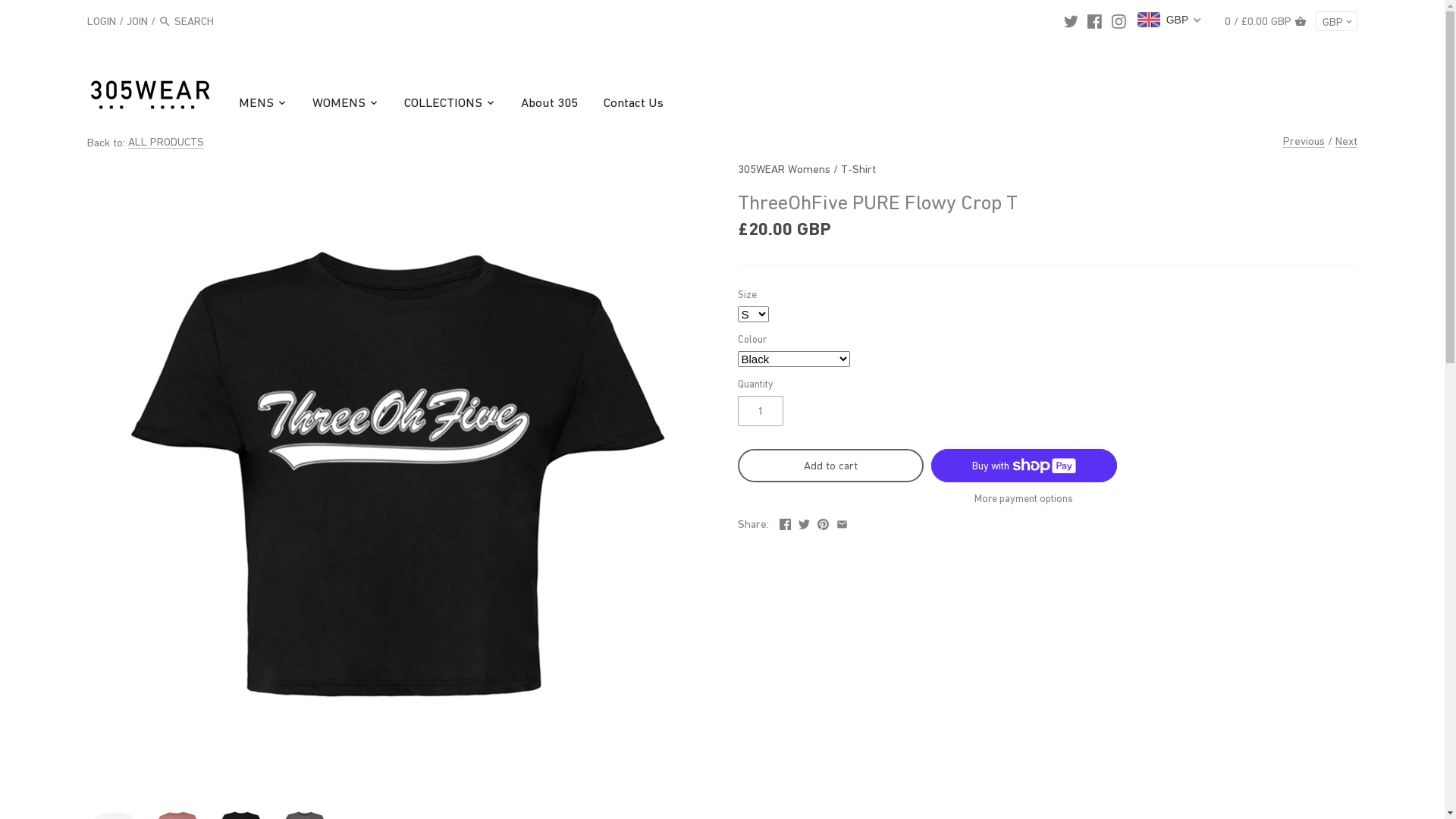 This screenshot has width=1456, height=819. What do you see at coordinates (841, 521) in the screenshot?
I see `'Email'` at bounding box center [841, 521].